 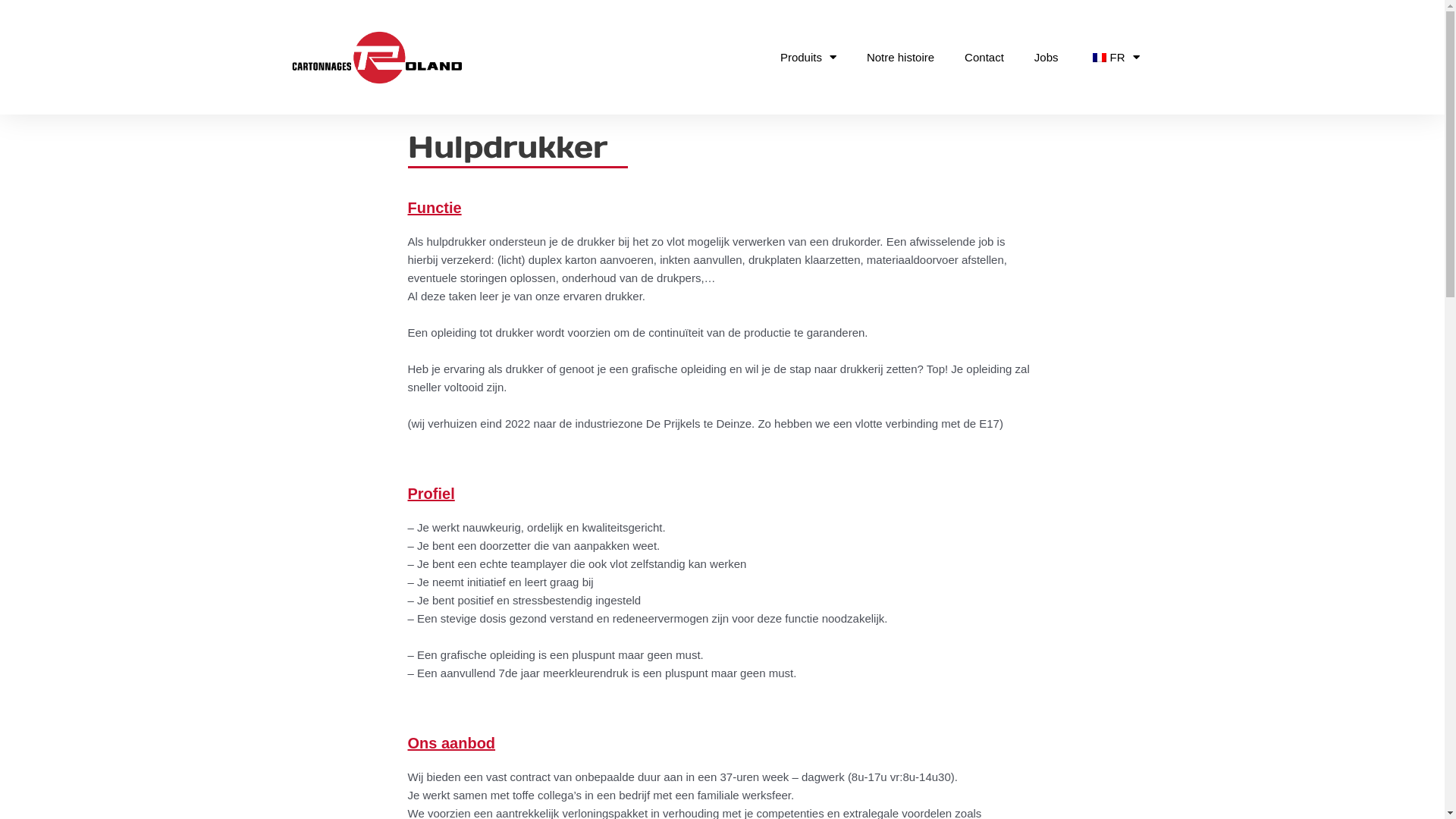 What do you see at coordinates (807, 57) in the screenshot?
I see `'Produits'` at bounding box center [807, 57].